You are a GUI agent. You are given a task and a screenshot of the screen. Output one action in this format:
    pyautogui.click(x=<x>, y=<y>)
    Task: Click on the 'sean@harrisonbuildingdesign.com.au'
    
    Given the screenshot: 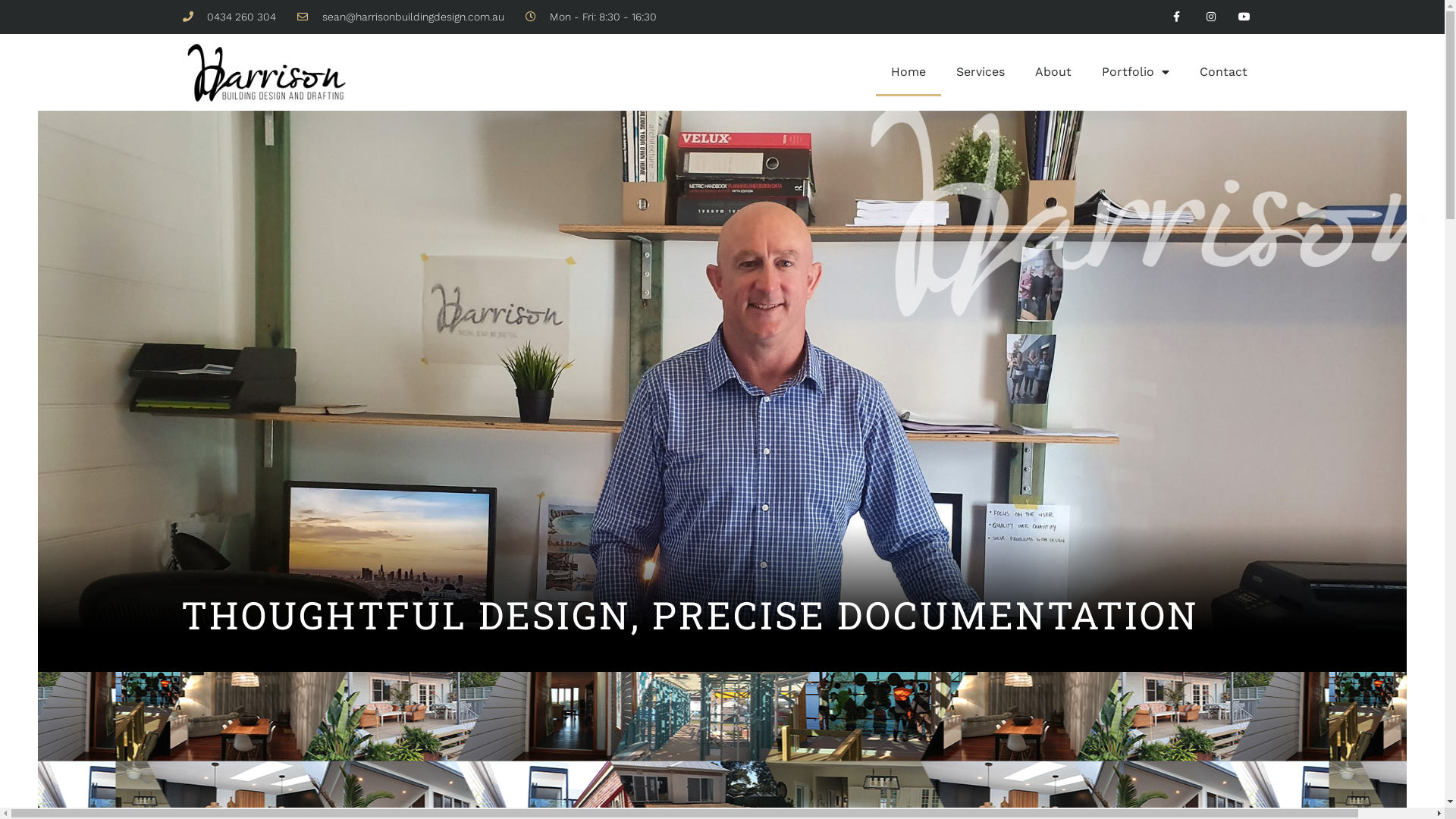 What is the action you would take?
    pyautogui.click(x=400, y=17)
    